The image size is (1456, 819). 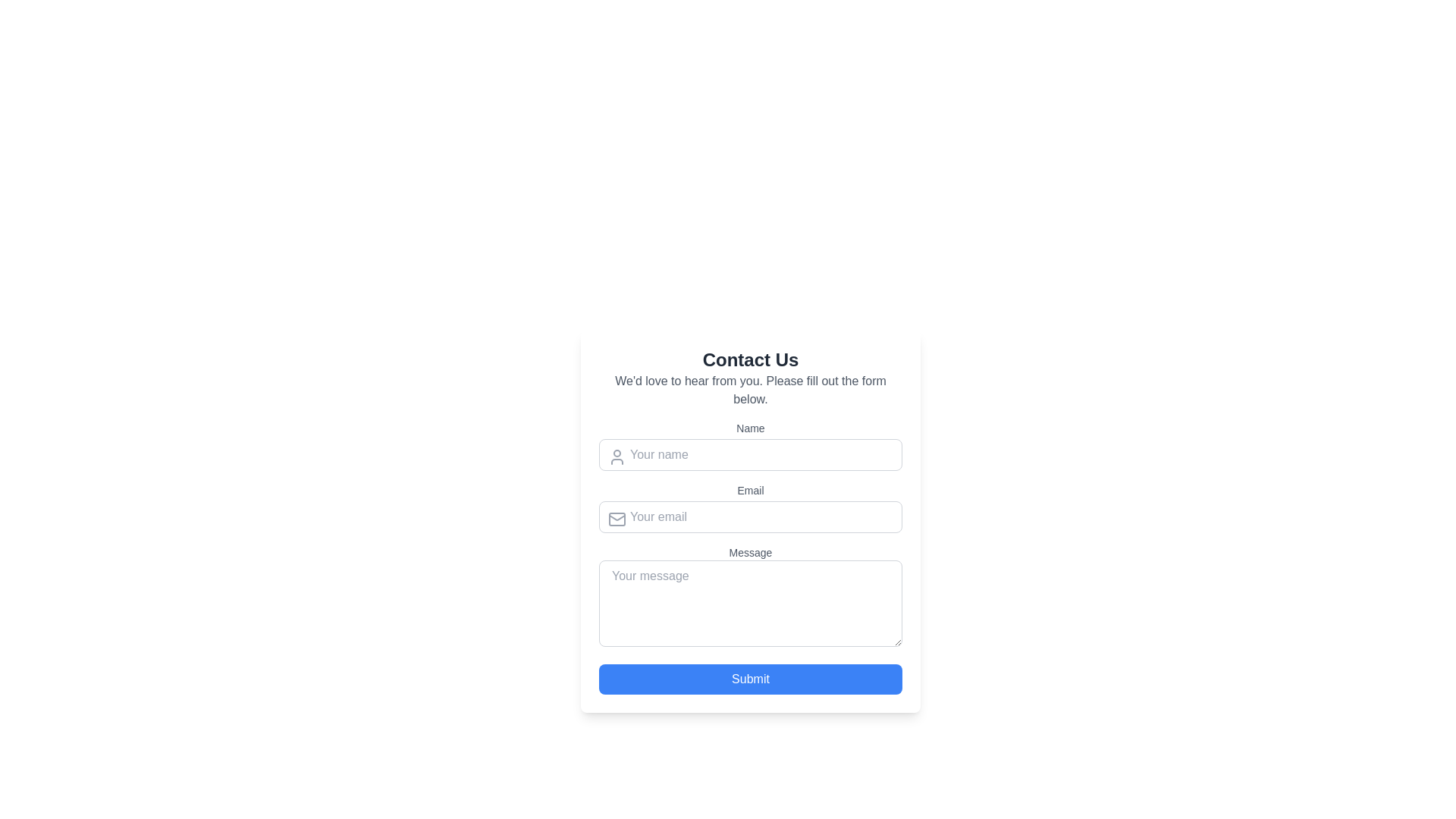 I want to click on the text block displaying the message 'We'd love to hear from you. Please fill out the form below.' which is located beneath the 'Contact Us' heading and above the input fields, so click(x=750, y=390).